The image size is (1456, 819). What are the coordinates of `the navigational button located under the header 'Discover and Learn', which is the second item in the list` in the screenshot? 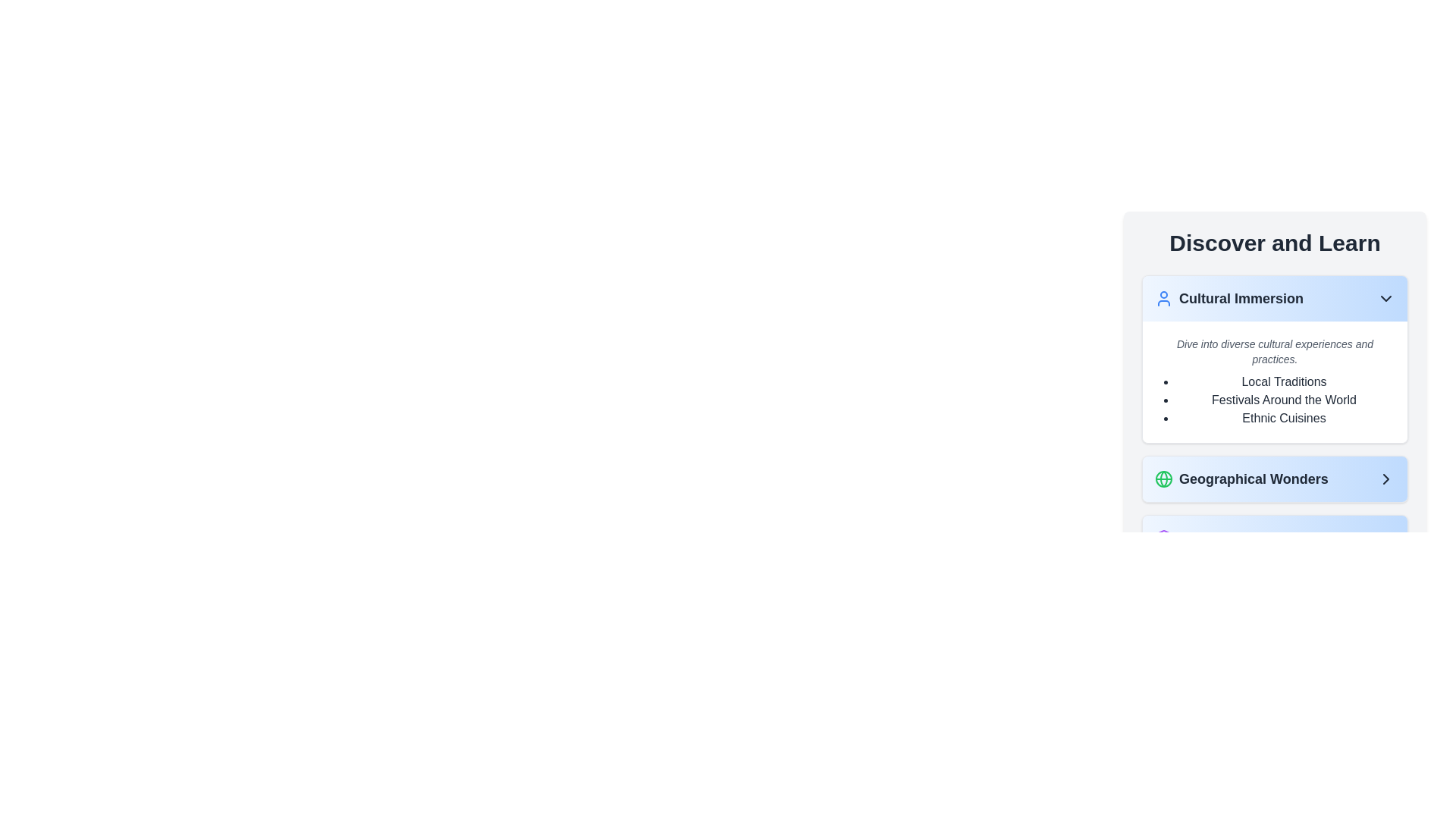 It's located at (1274, 479).